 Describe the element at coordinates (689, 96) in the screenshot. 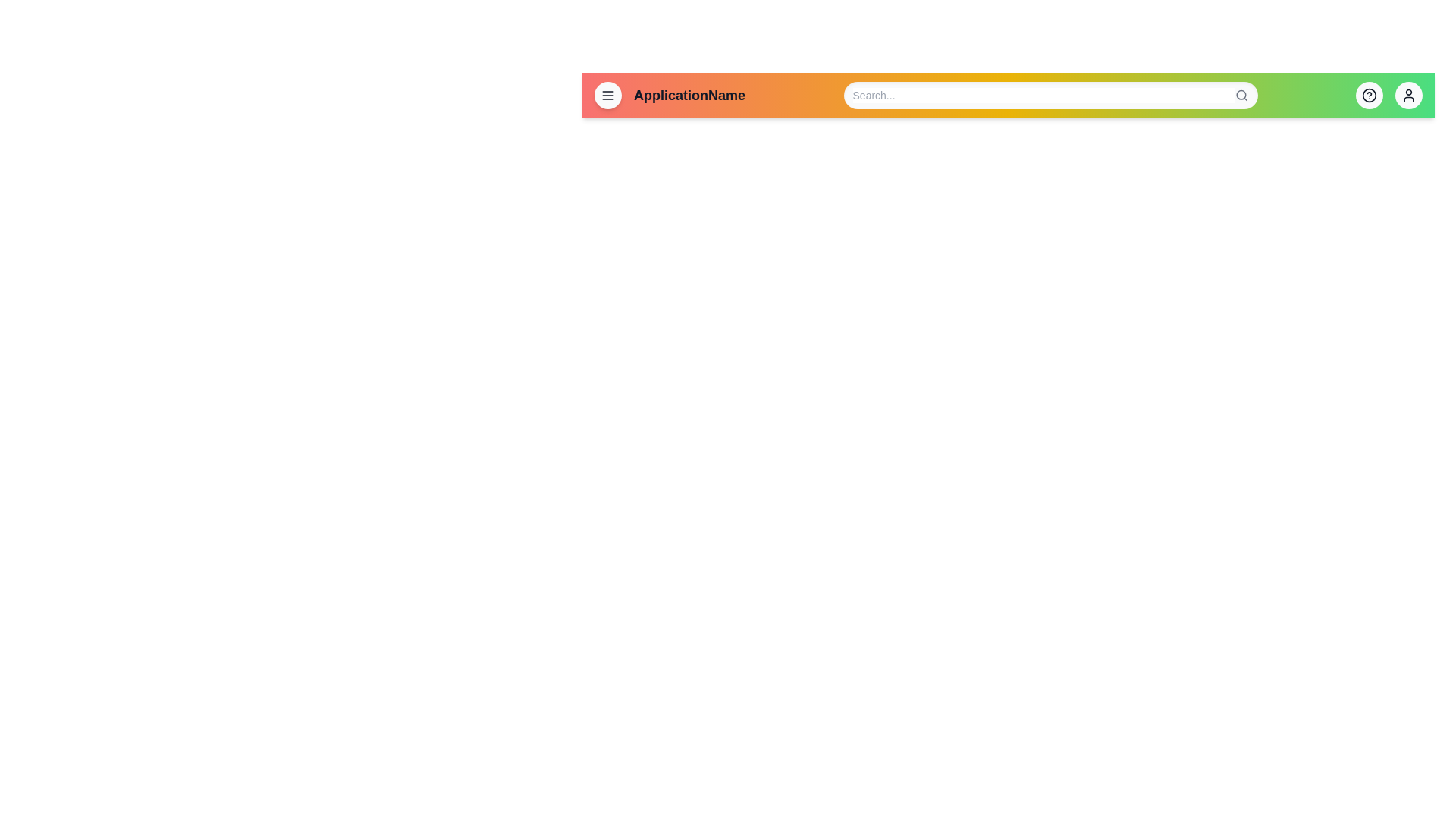

I see `the text labeled 'ApplicationName' to select it` at that location.